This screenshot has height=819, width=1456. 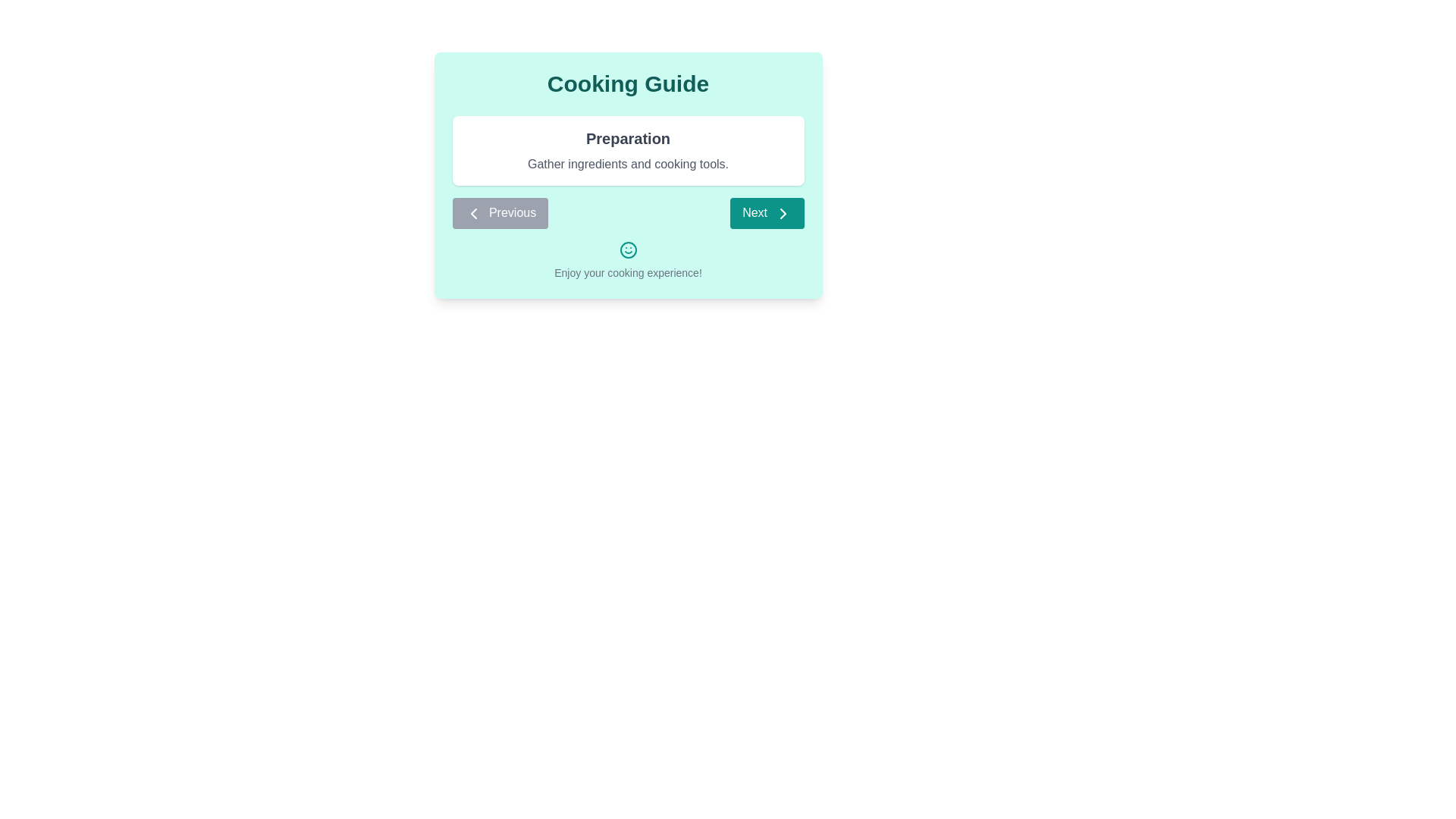 I want to click on the 'Next' button located on the right-hand side of the 'Previous' button, positioned at the bottom of the modal interface beneath the 'Preparation' title, to proceed to the next step, so click(x=767, y=213).